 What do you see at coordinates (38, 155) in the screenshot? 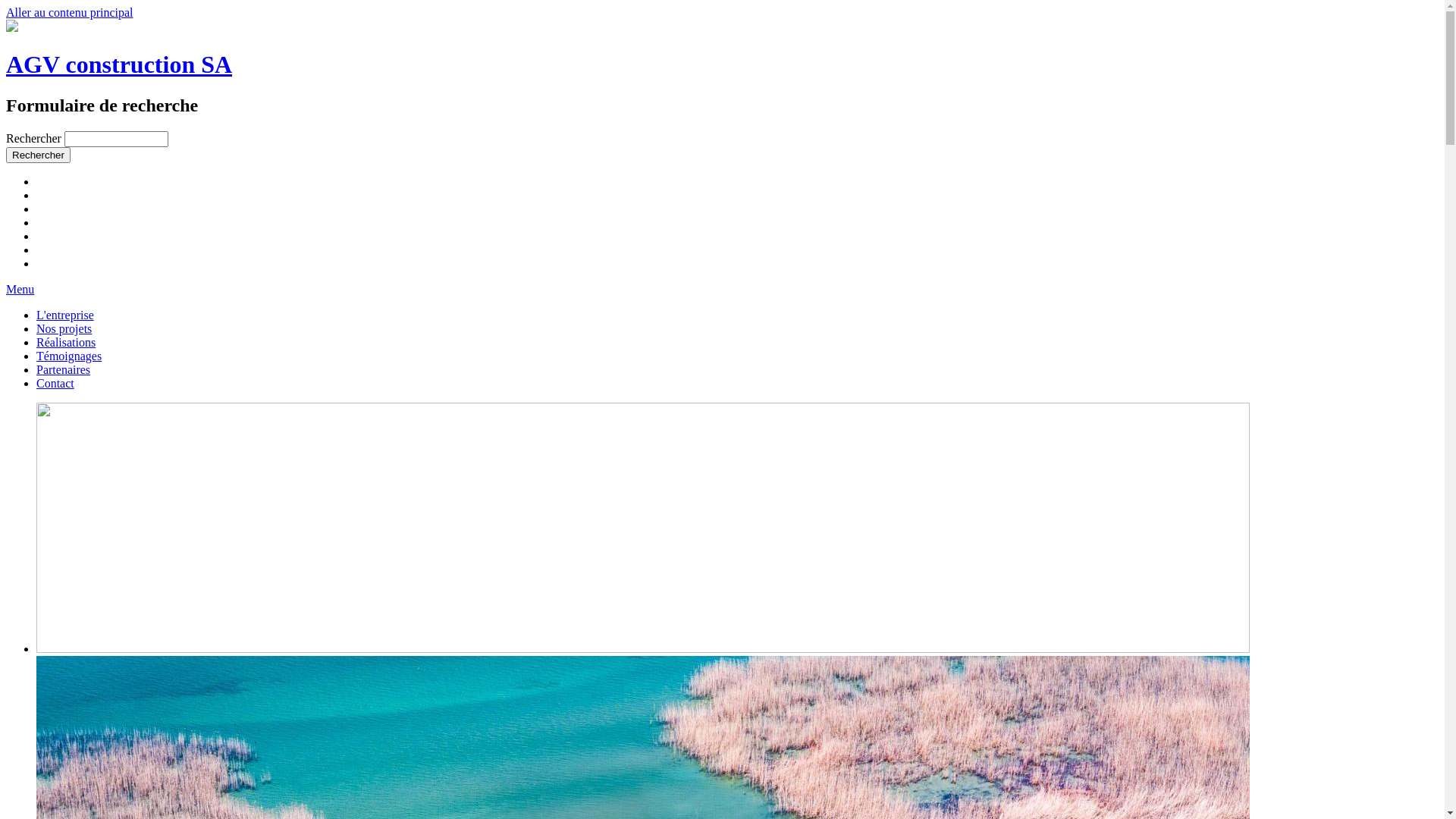
I see `'Rechercher'` at bounding box center [38, 155].